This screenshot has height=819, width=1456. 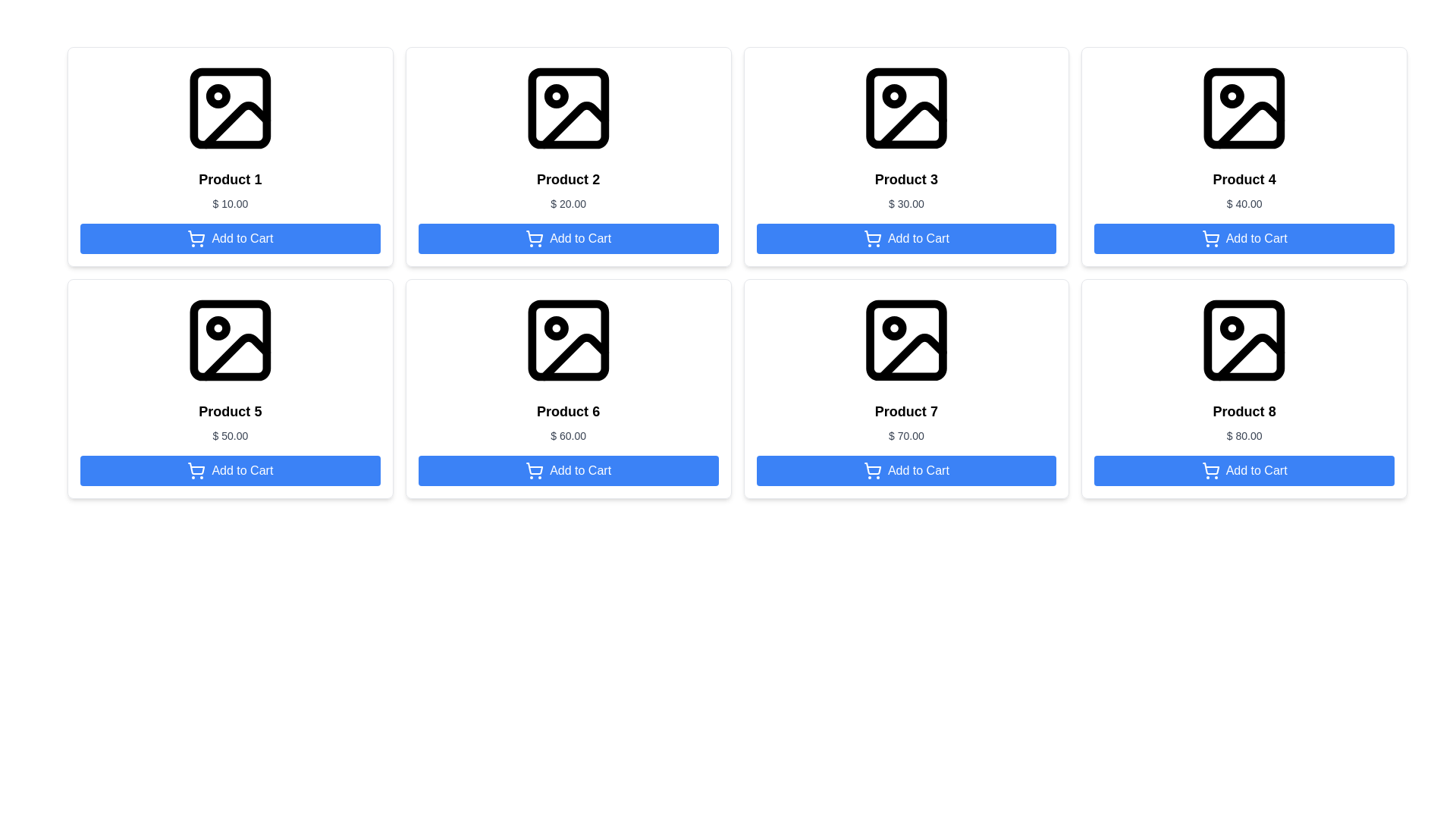 I want to click on the shopping cart icon located within the 'Add to Cart' button of the second product card from the left in the first row of the grid layout, so click(x=535, y=237).